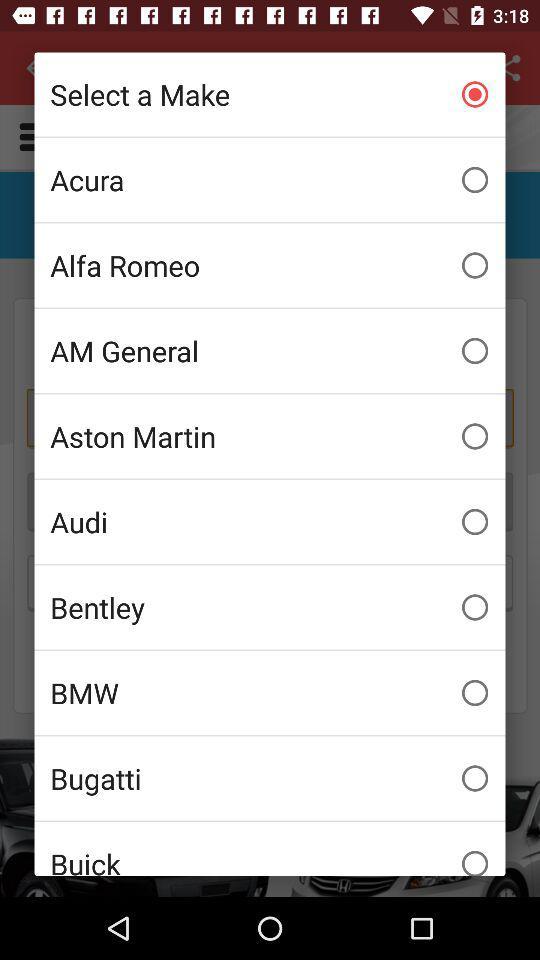 This screenshot has width=540, height=960. Describe the element at coordinates (270, 693) in the screenshot. I see `the icon below the bentley item` at that location.